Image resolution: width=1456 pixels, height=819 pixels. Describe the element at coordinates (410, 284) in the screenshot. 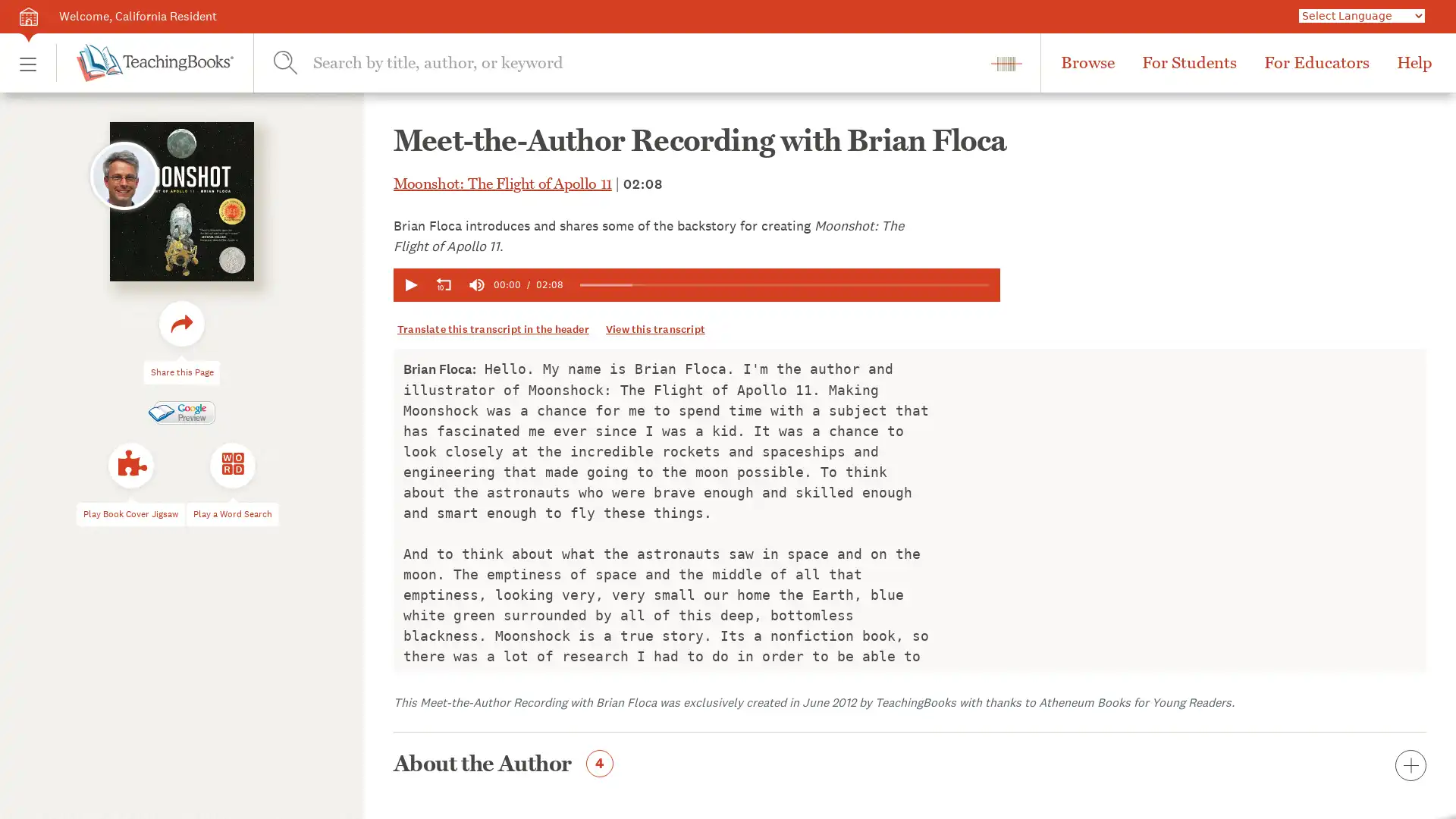

I see `Play` at that location.